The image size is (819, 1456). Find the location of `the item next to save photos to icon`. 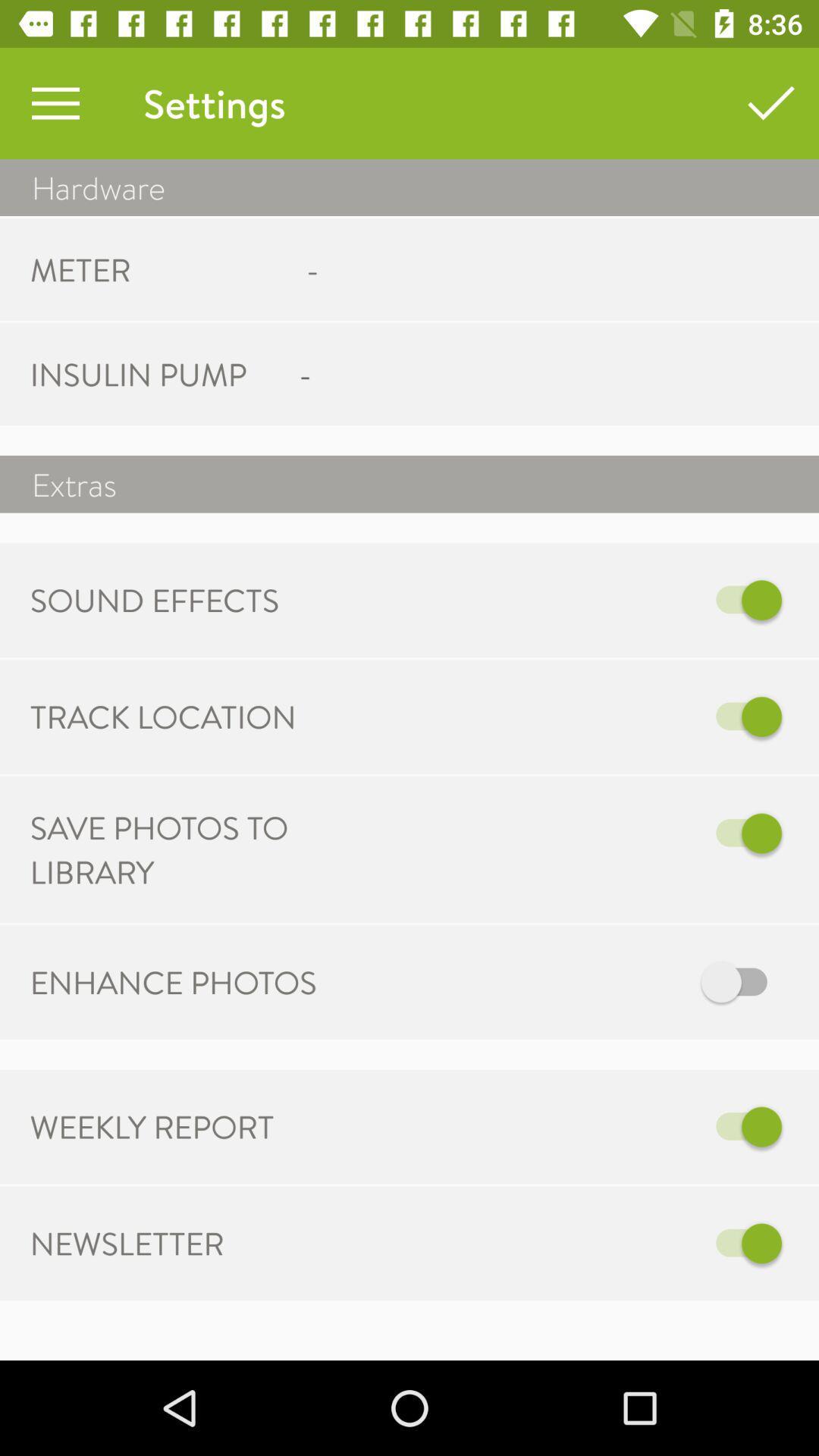

the item next to save photos to icon is located at coordinates (566, 833).